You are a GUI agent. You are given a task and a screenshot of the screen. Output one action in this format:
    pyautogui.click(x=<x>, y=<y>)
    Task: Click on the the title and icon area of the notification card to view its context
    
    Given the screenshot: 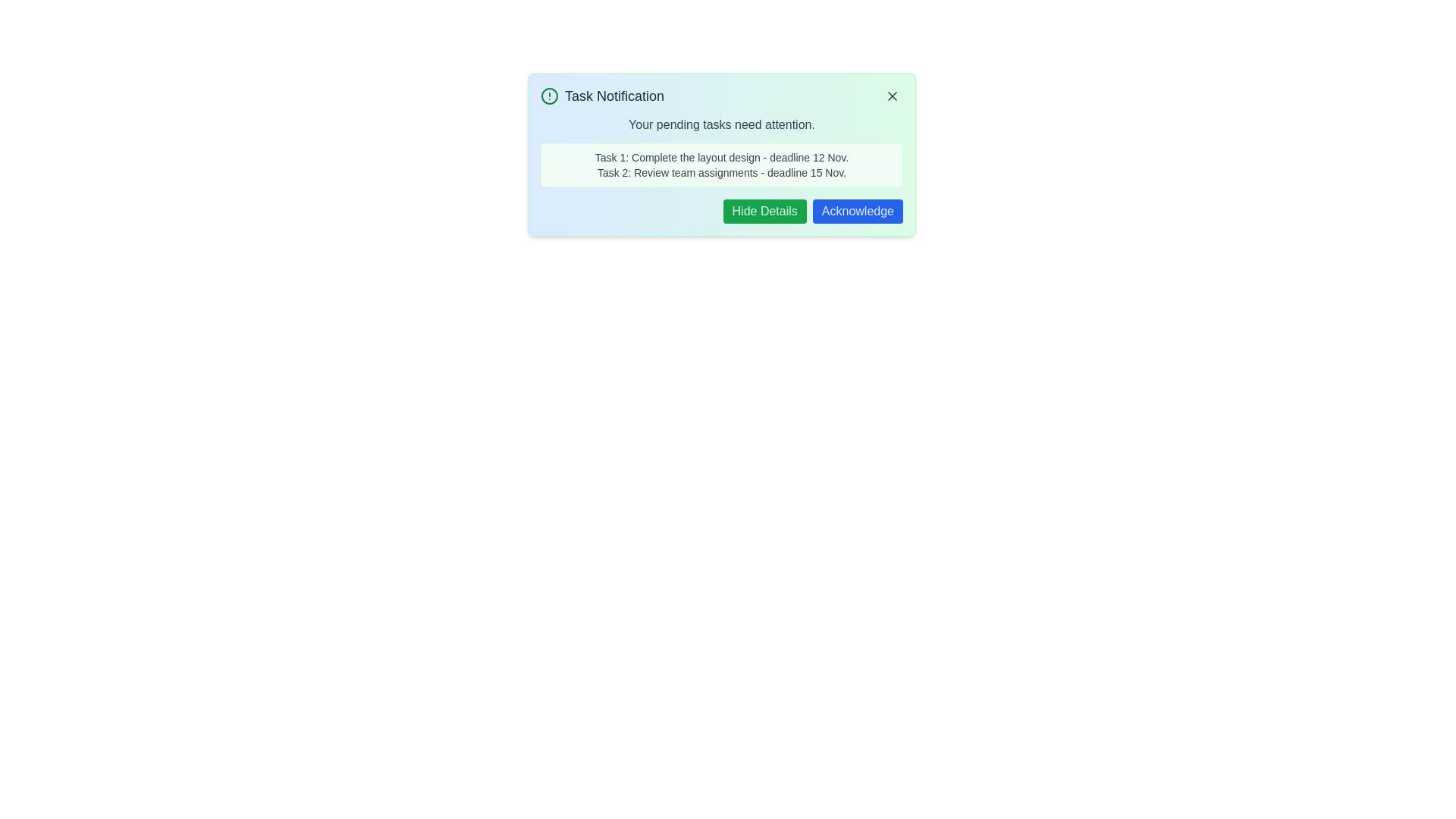 What is the action you would take?
    pyautogui.click(x=720, y=96)
    